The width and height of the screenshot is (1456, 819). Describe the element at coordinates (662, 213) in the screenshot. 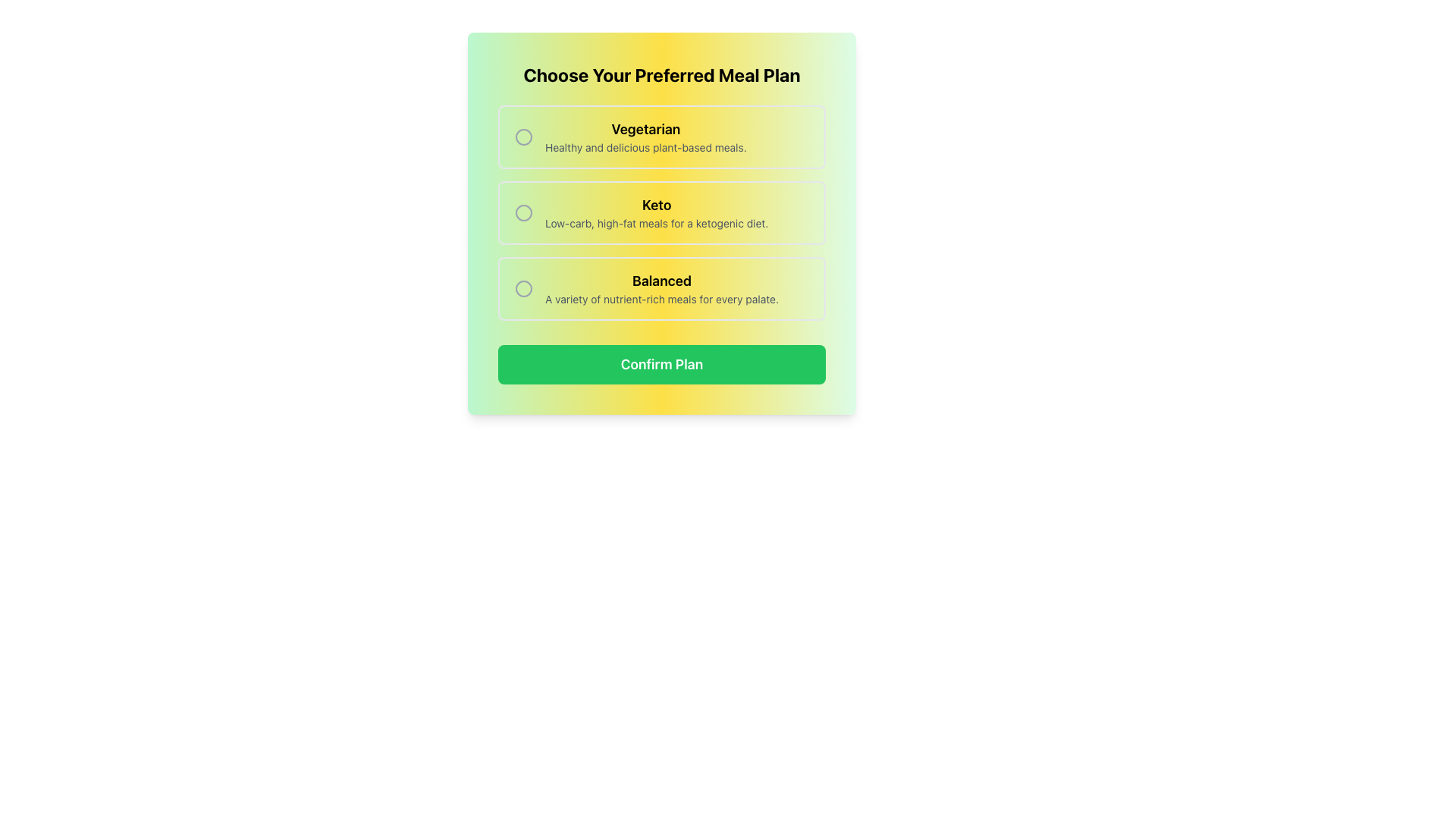

I see `the selectable list item for meal plan selection, specifically the highlighted option 'Keto'` at that location.